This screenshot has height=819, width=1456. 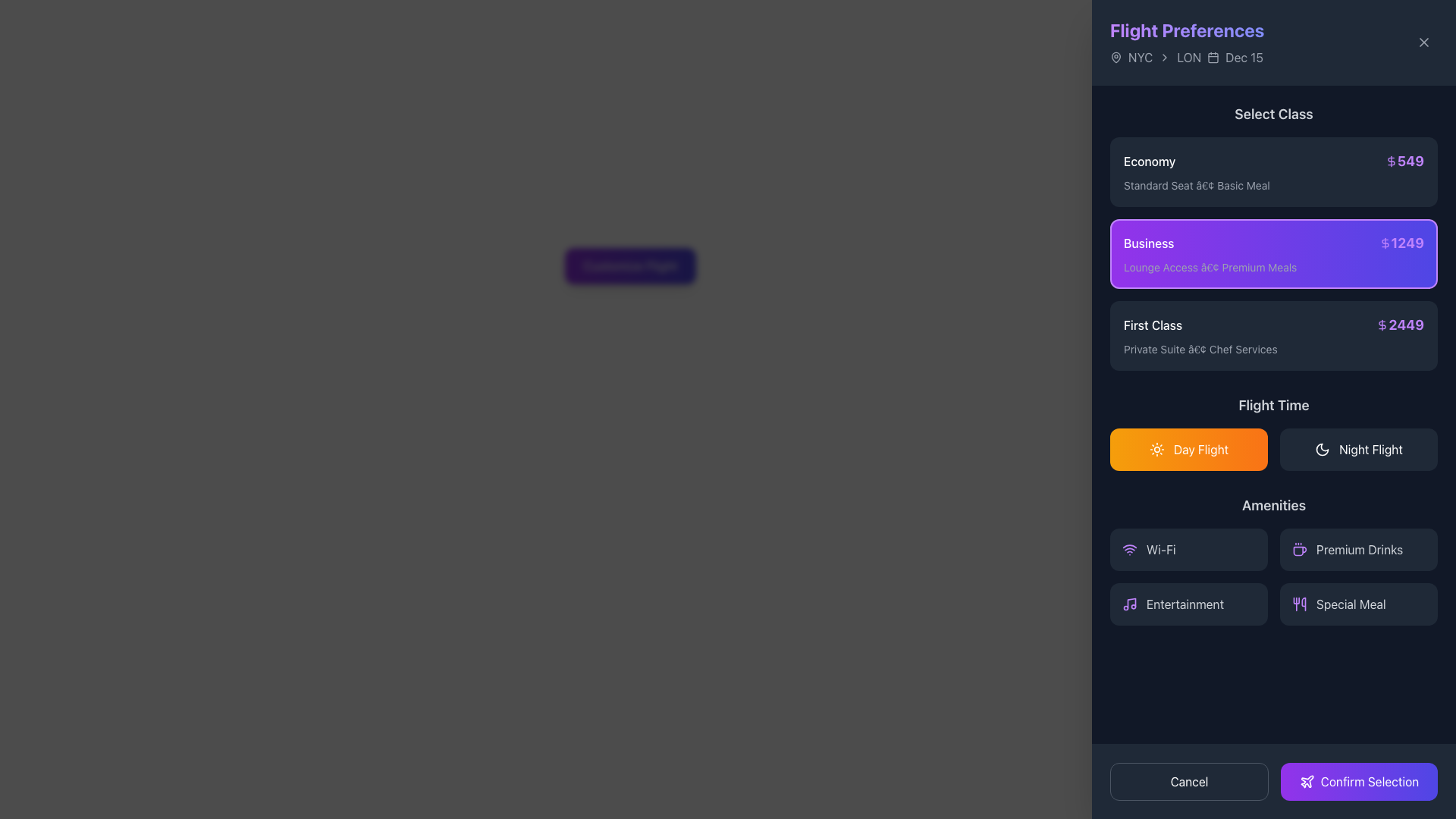 What do you see at coordinates (1186, 30) in the screenshot?
I see `the Text header indicating overall theme or purpose of flight preferences, located at the top of the panel` at bounding box center [1186, 30].